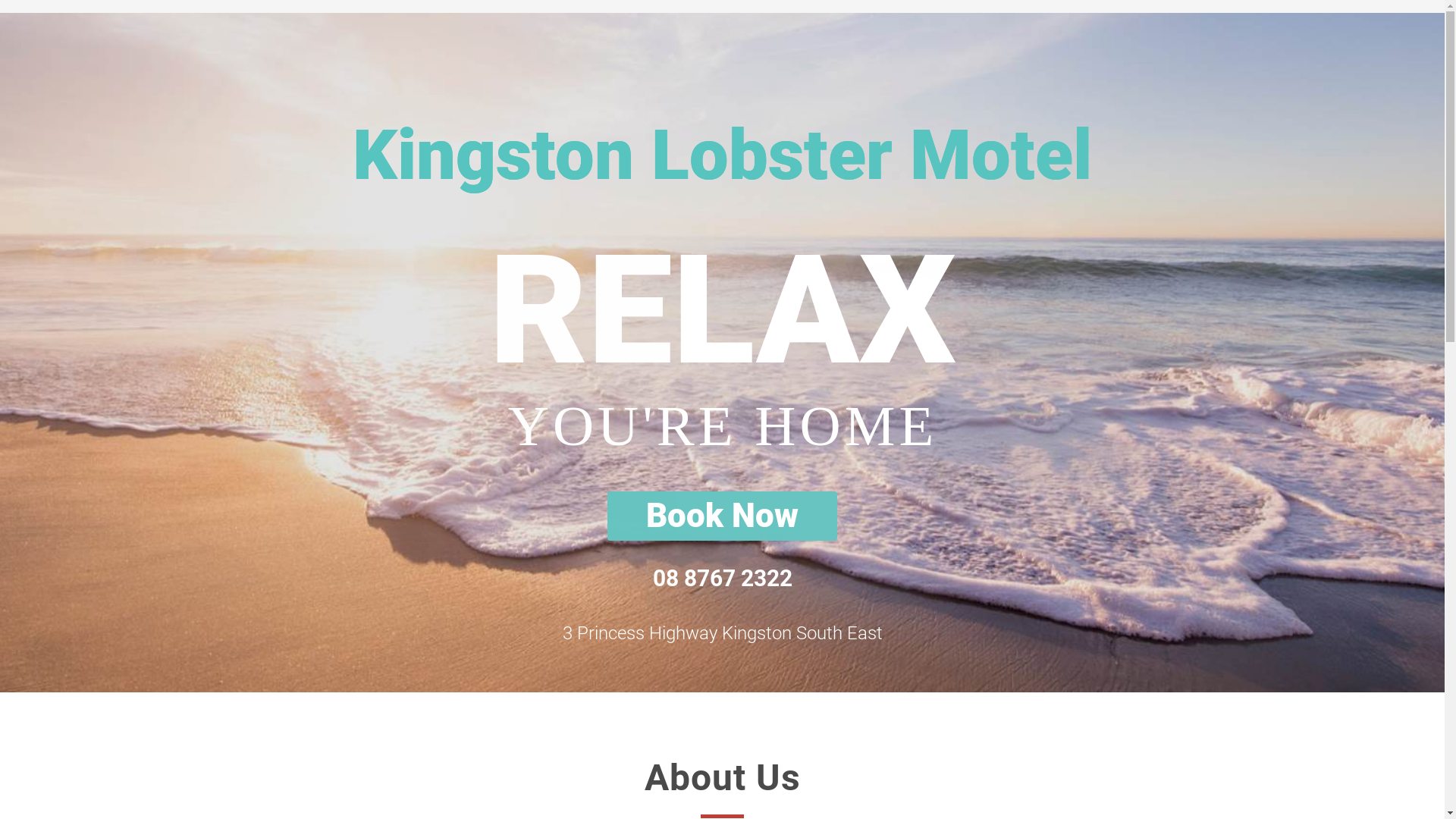 The image size is (1456, 819). I want to click on '08 8767 2322', so click(720, 579).